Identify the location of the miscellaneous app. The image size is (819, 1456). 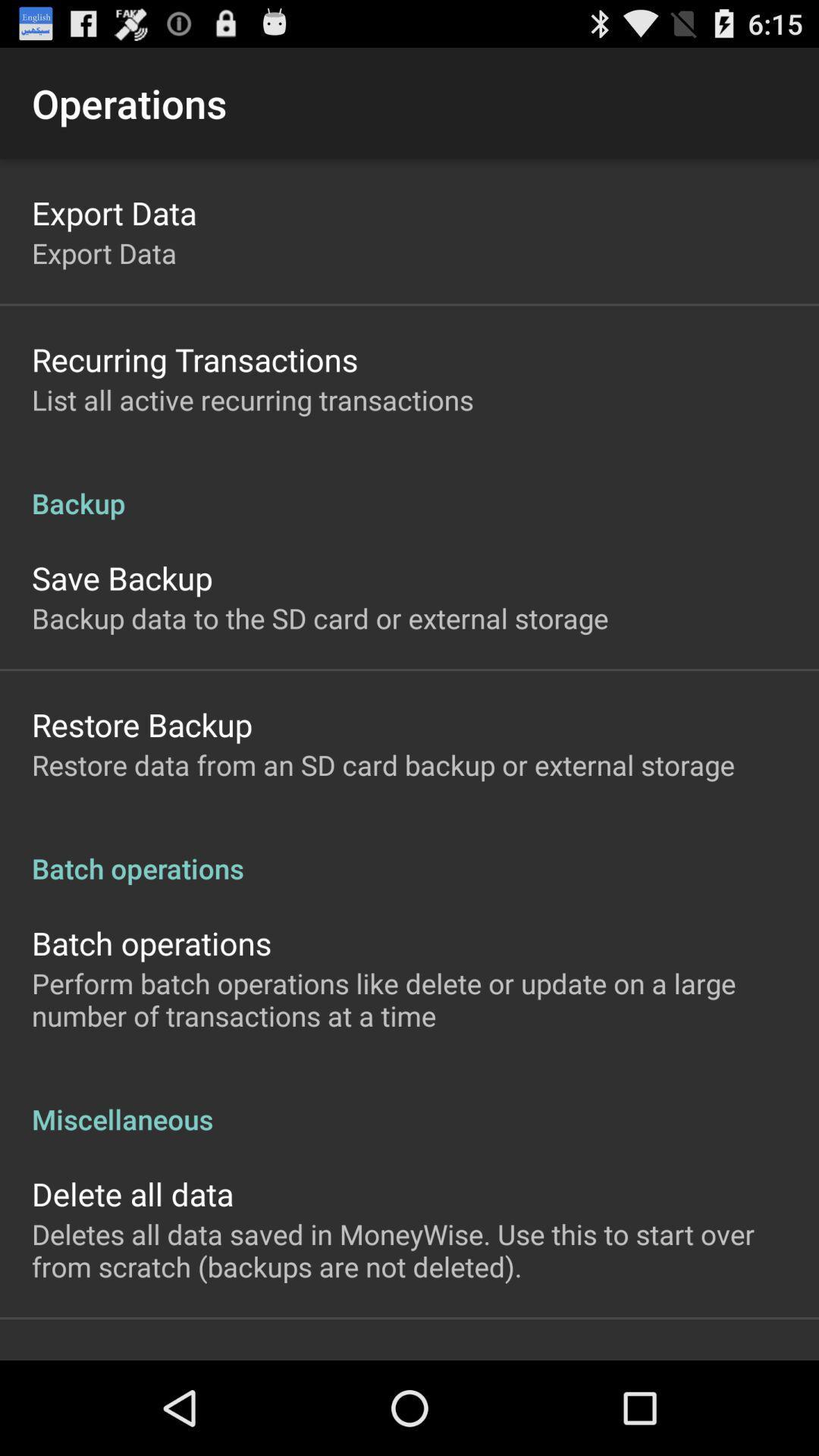
(409, 1103).